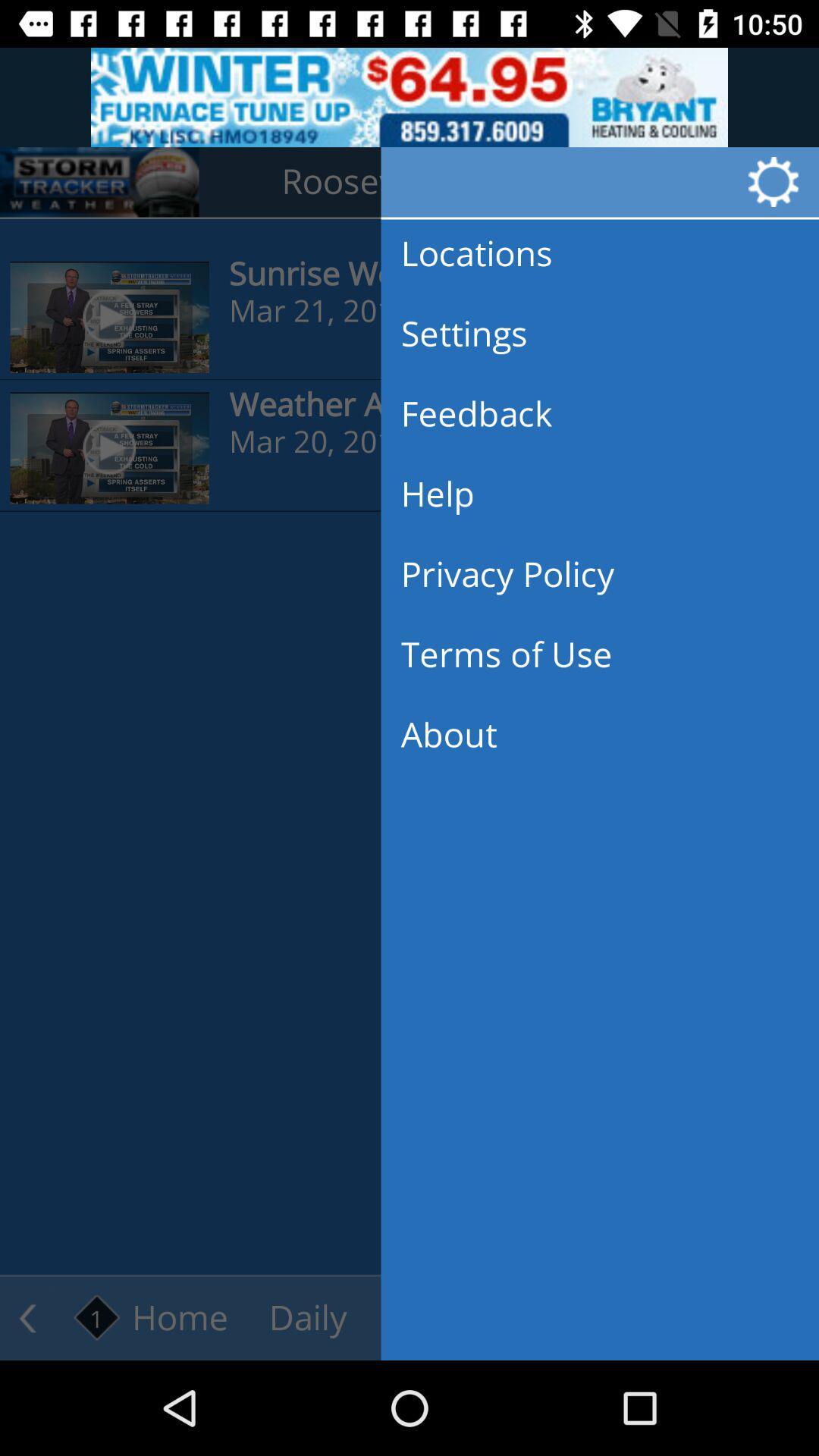 This screenshot has height=1456, width=819. I want to click on the arrow_backward icon, so click(27, 1317).